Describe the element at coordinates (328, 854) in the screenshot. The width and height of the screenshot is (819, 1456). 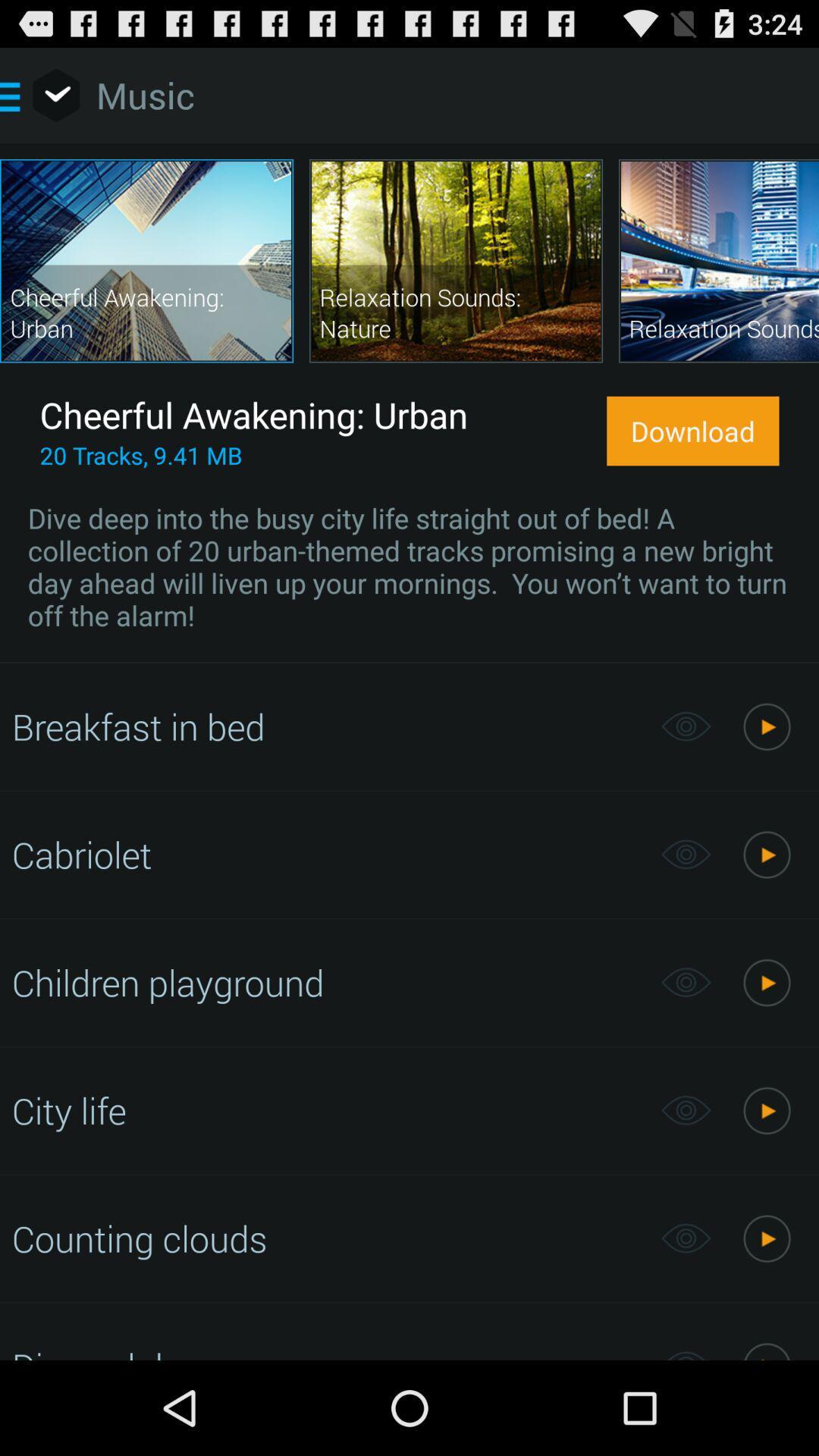
I see `the cabriolet app` at that location.